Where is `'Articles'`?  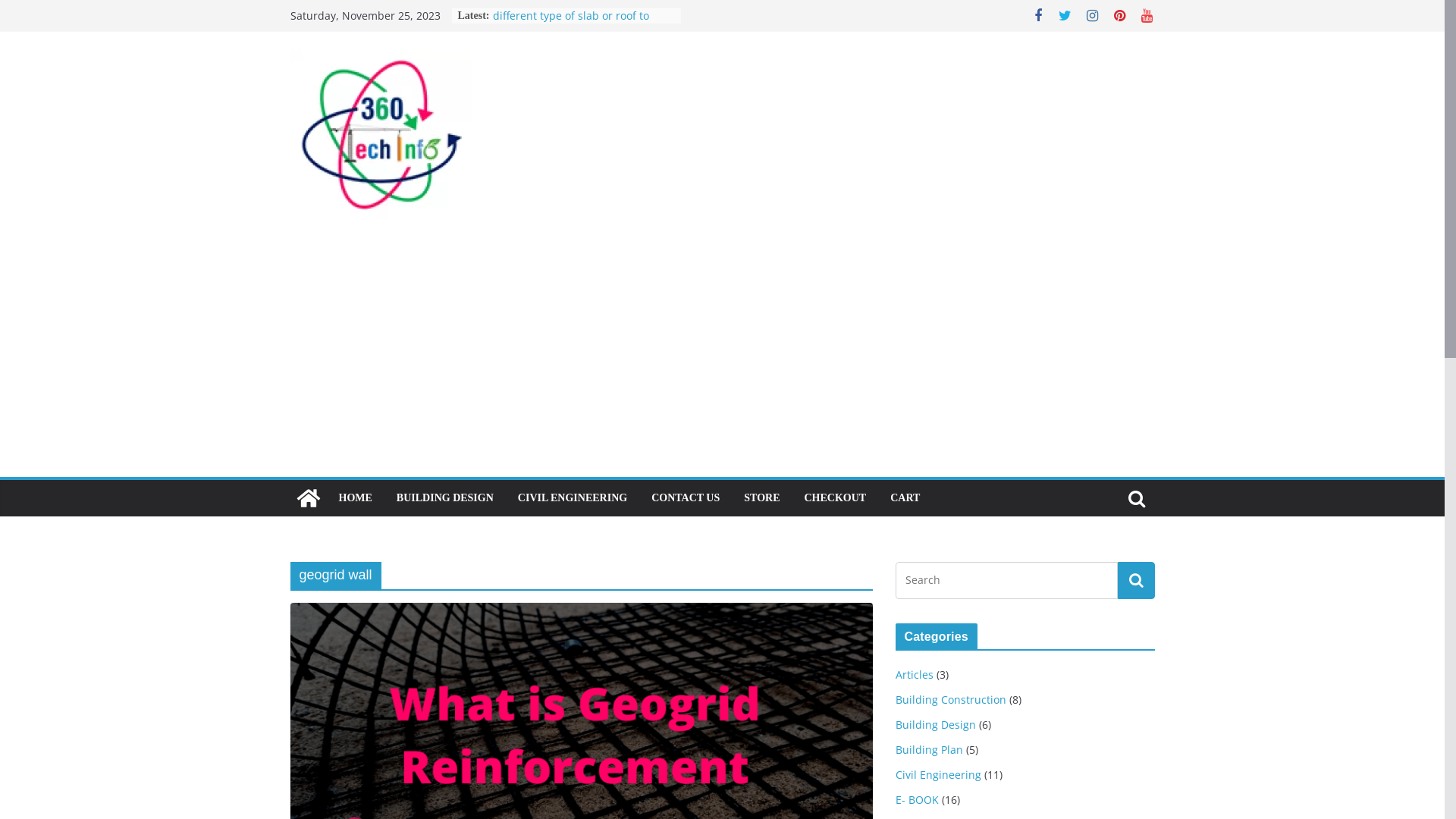 'Articles' is located at coordinates (912, 673).